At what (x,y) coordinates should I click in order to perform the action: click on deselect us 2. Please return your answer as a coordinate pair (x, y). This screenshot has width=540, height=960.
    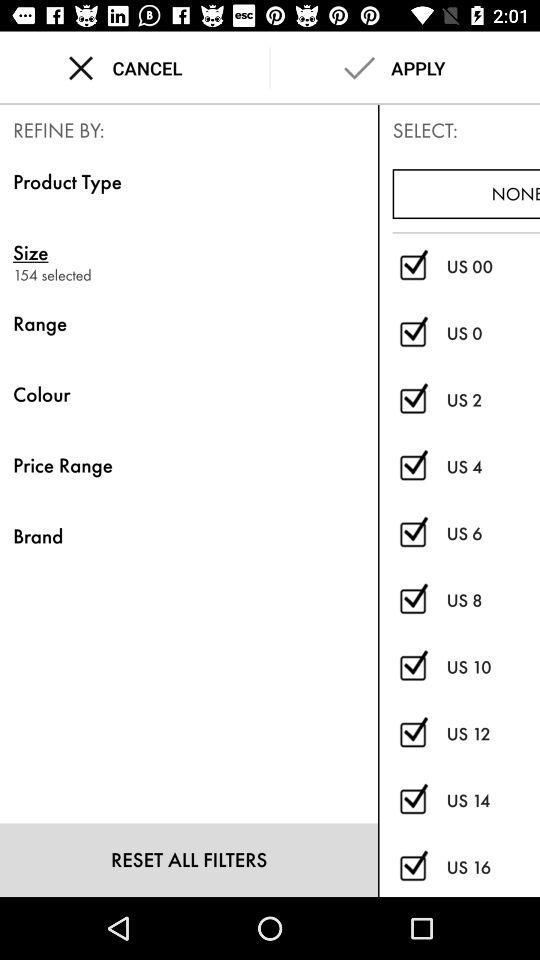
    Looking at the image, I should click on (412, 399).